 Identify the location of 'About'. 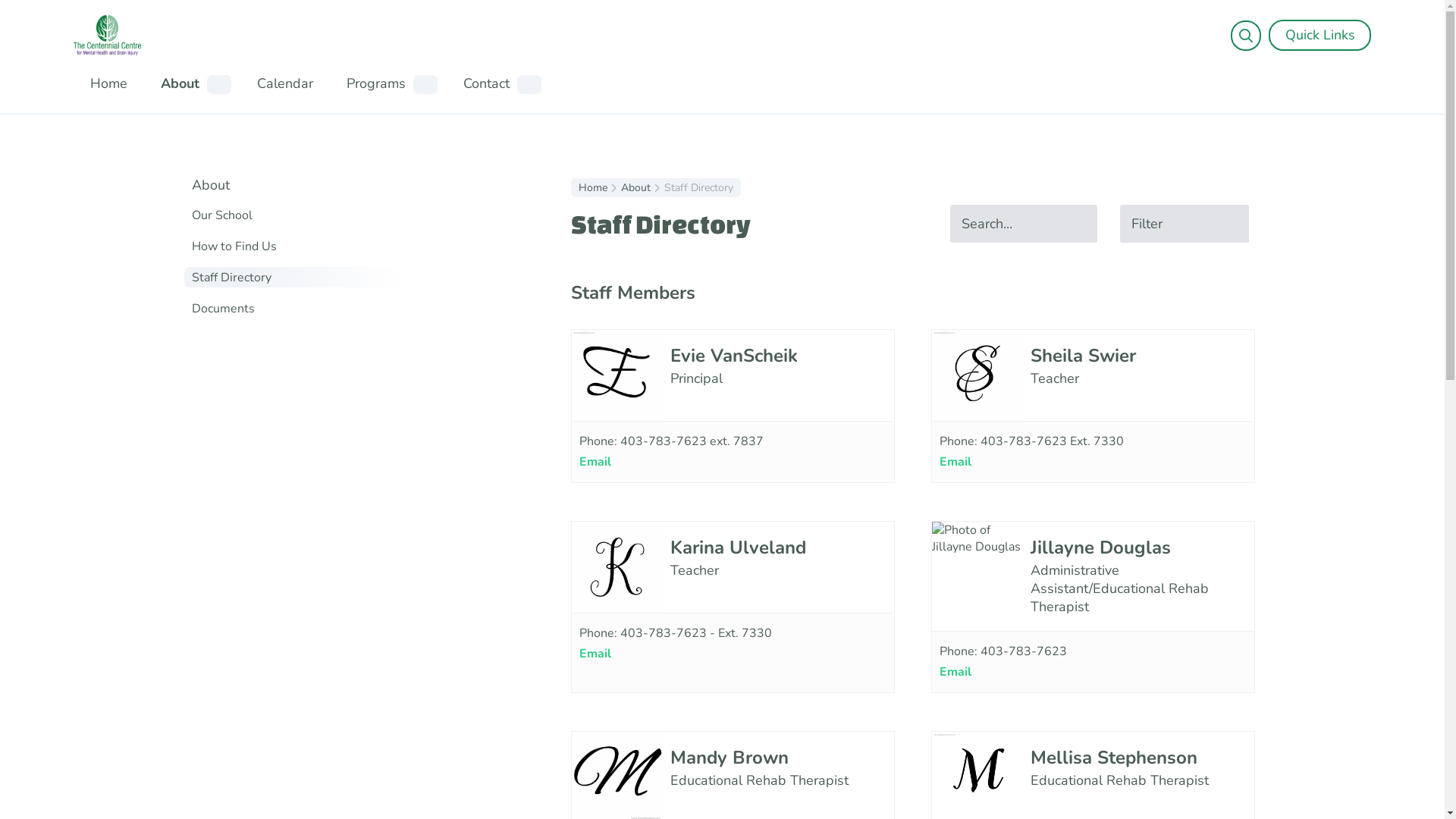
(620, 187).